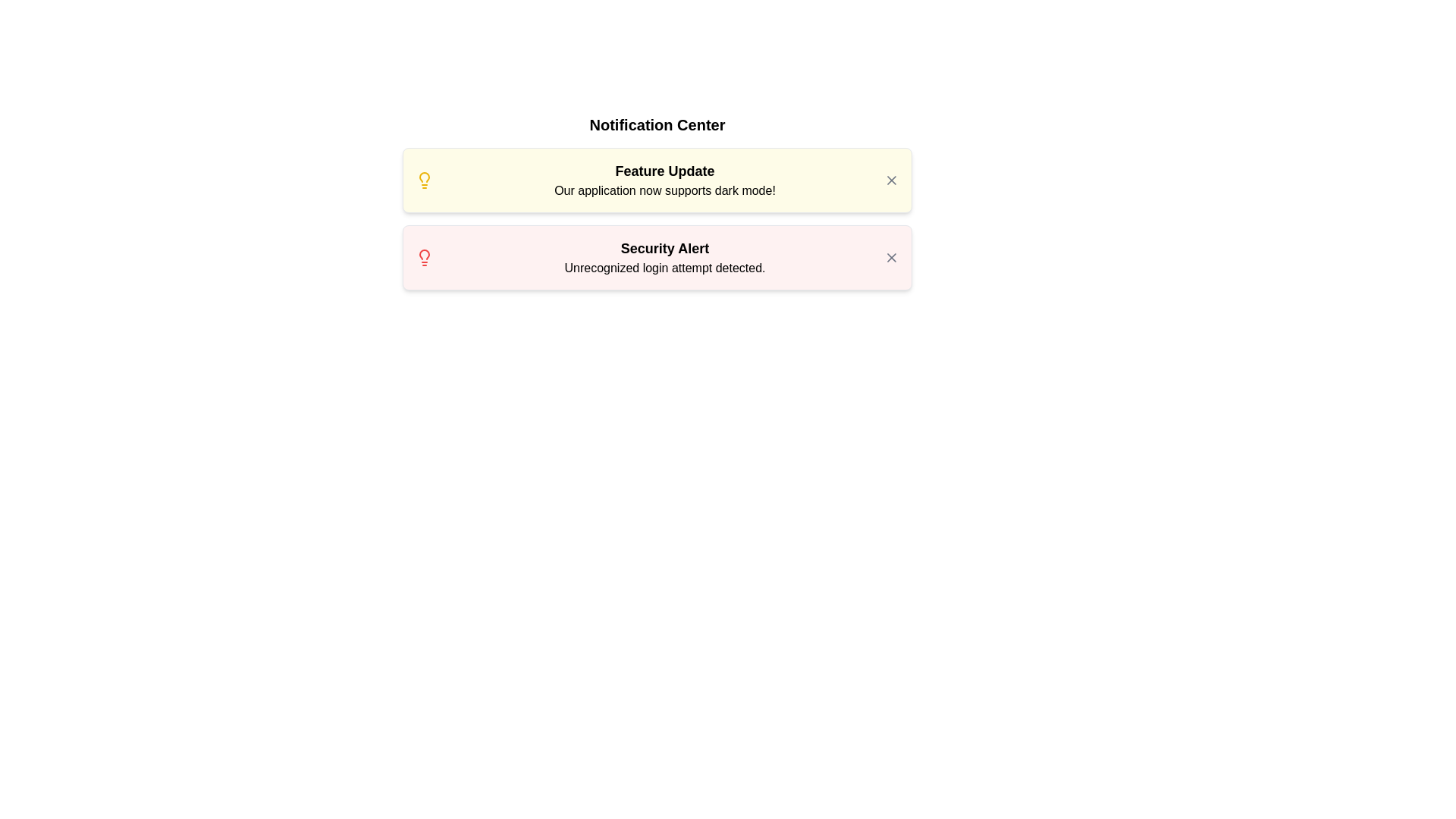 The image size is (1456, 819). I want to click on the close icon/button located at the top-right corner of the 'Feature Update' notification card, so click(892, 180).